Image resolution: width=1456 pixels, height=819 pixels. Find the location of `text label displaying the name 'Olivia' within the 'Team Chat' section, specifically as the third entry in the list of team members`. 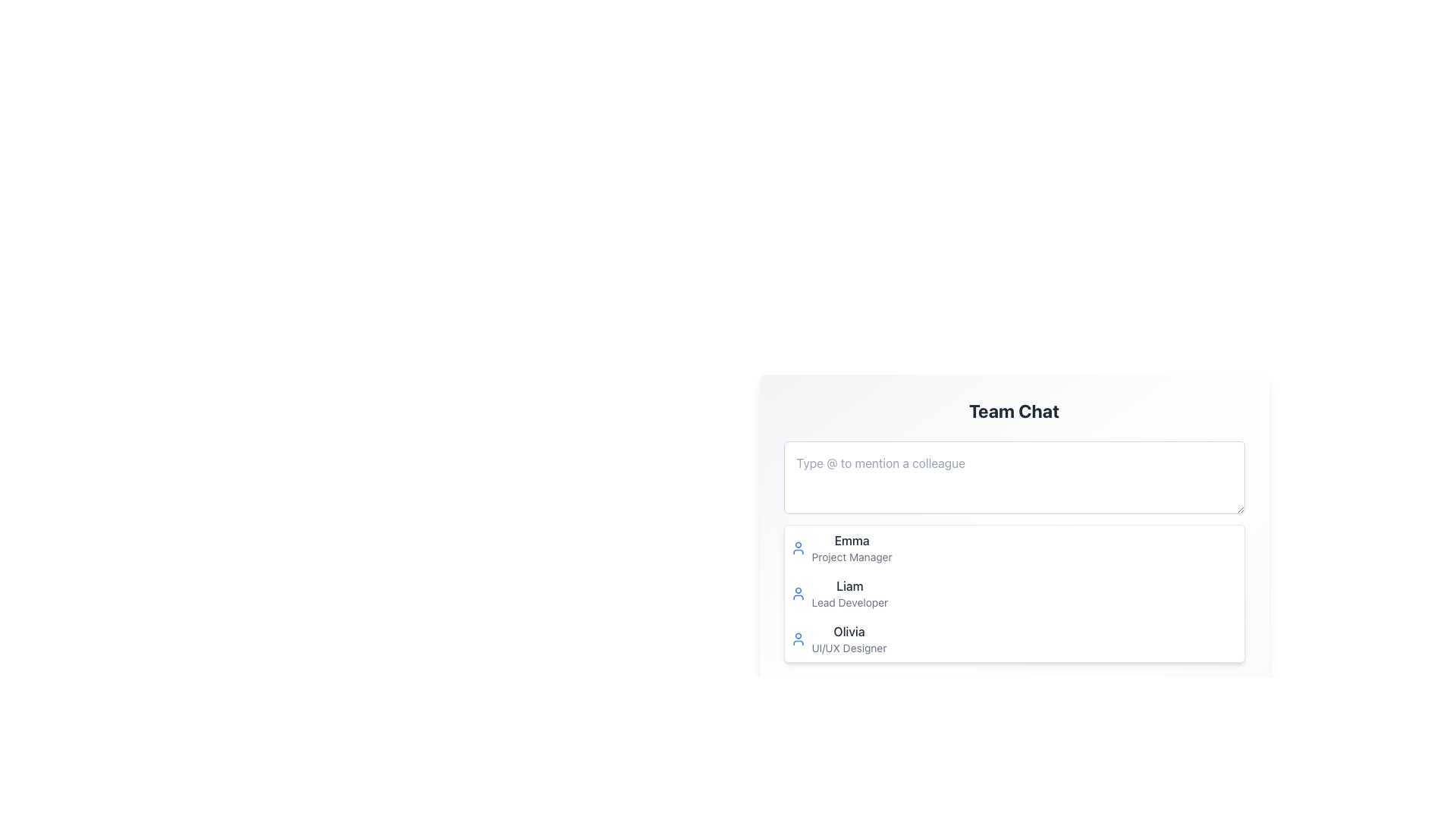

text label displaying the name 'Olivia' within the 'Team Chat' section, specifically as the third entry in the list of team members is located at coordinates (848, 632).